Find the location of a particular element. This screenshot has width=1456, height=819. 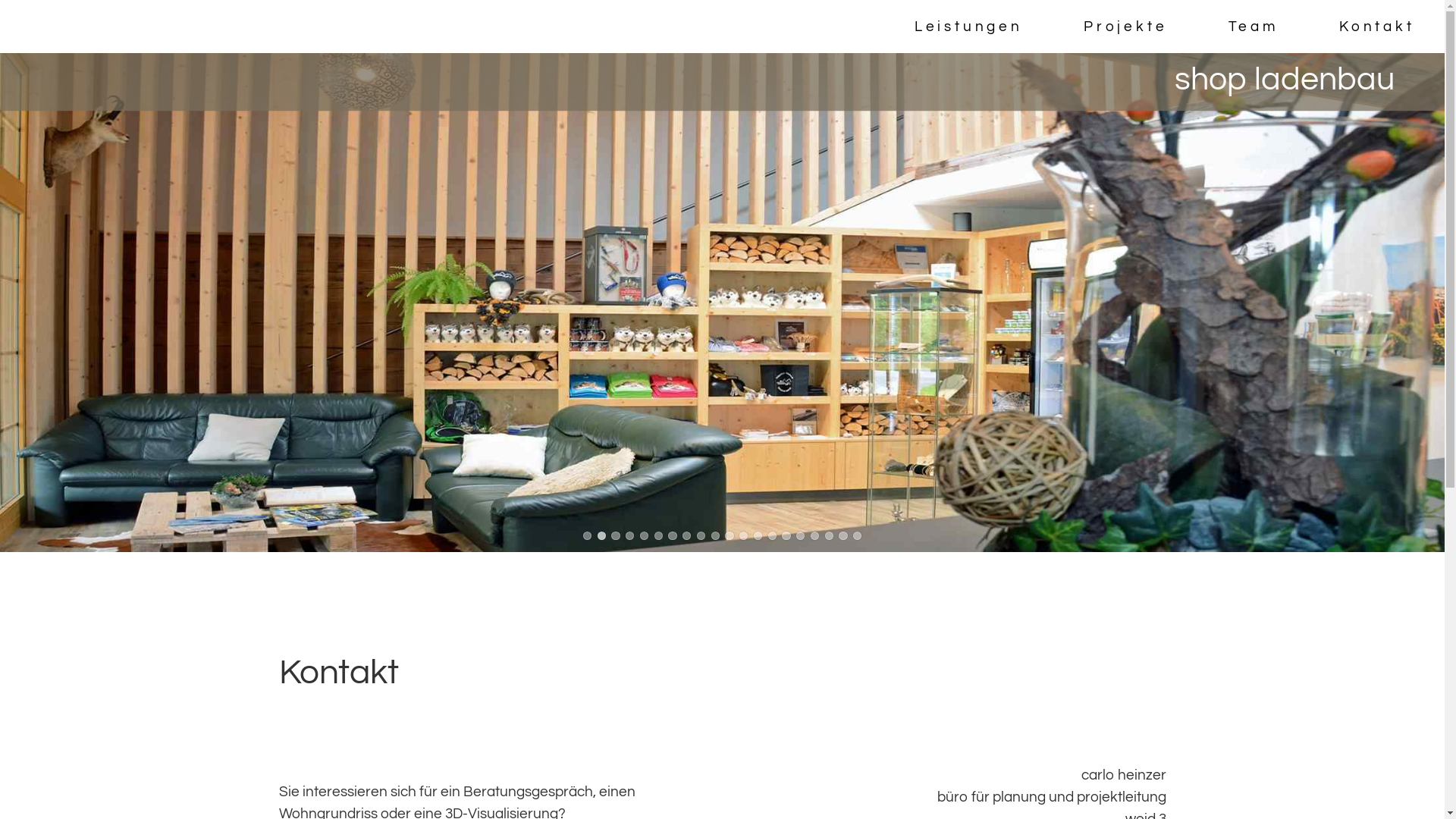

'Projekte' is located at coordinates (1125, 26).